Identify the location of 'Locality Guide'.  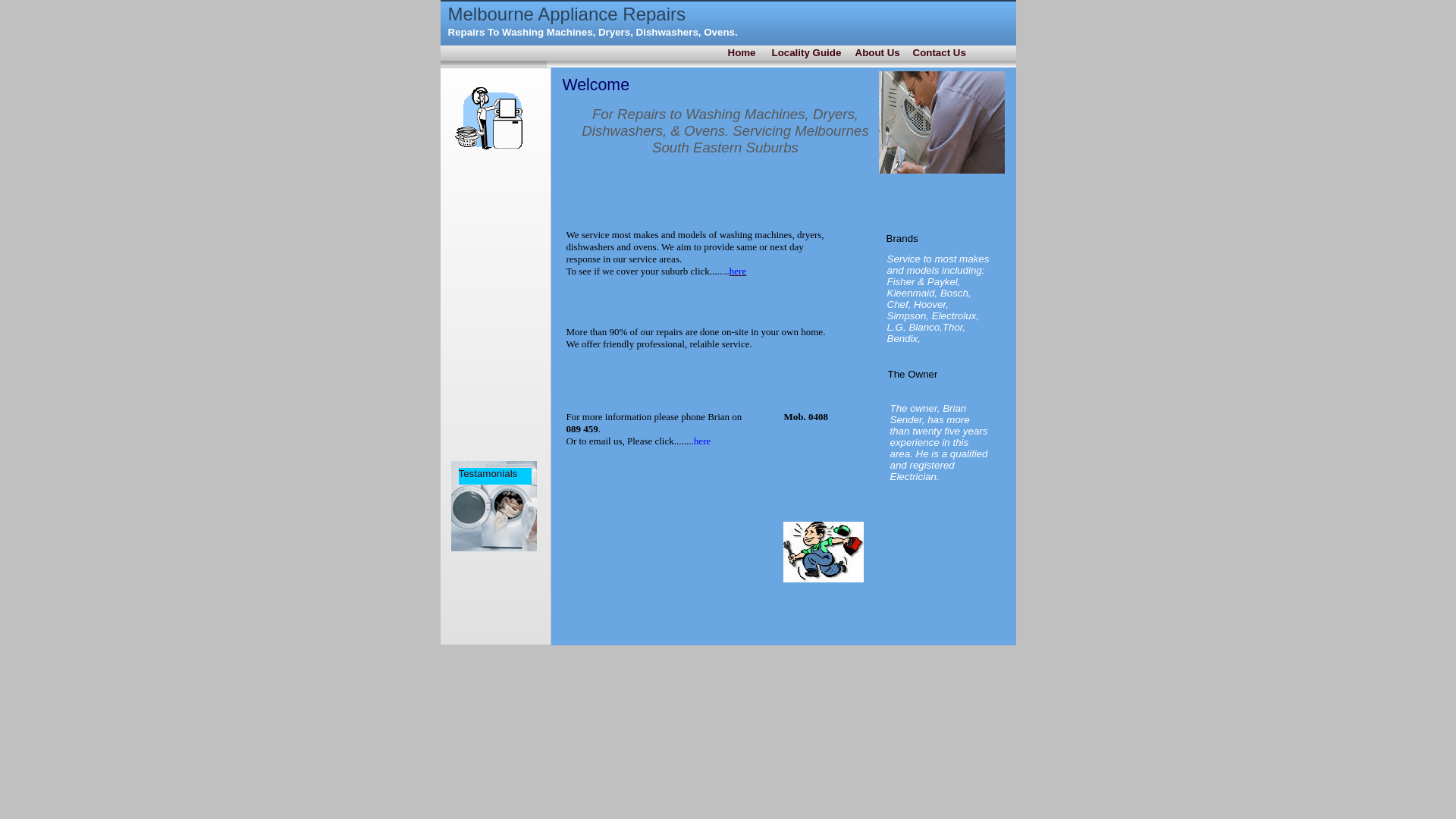
(806, 52).